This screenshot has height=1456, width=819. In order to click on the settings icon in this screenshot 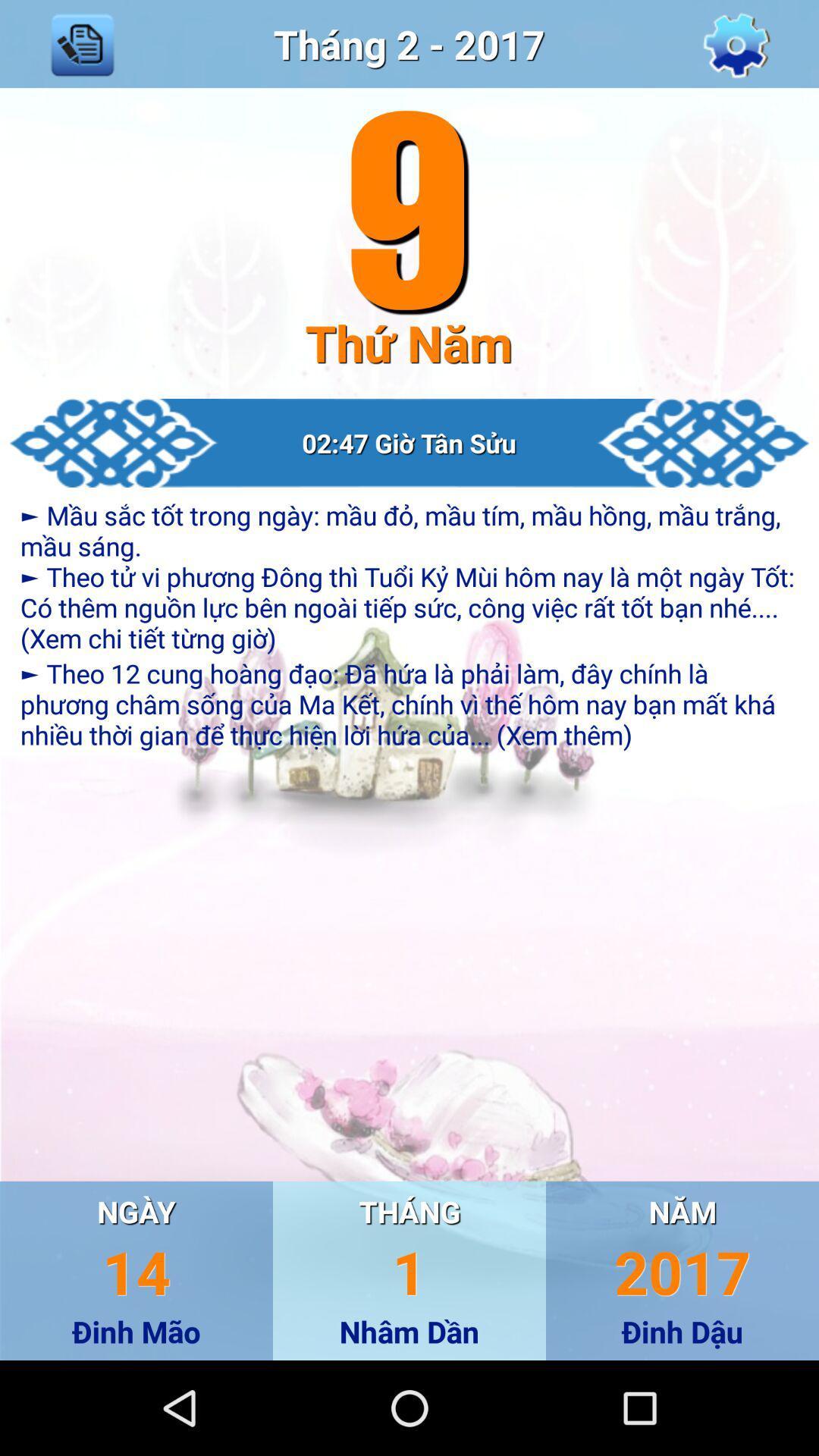, I will do `click(736, 47)`.